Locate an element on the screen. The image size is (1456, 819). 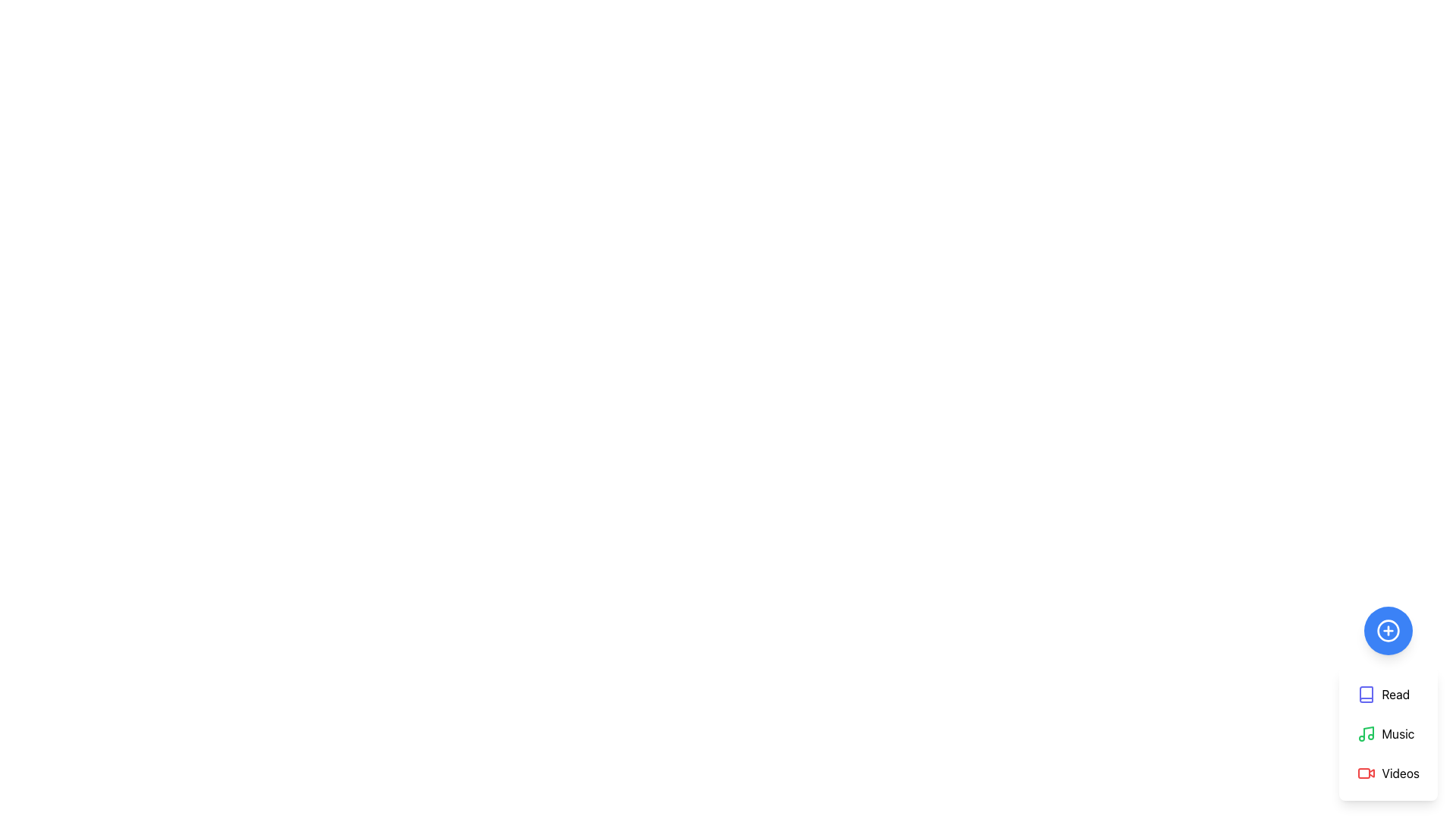
the 'Music' text label in the vertical menu is located at coordinates (1397, 733).